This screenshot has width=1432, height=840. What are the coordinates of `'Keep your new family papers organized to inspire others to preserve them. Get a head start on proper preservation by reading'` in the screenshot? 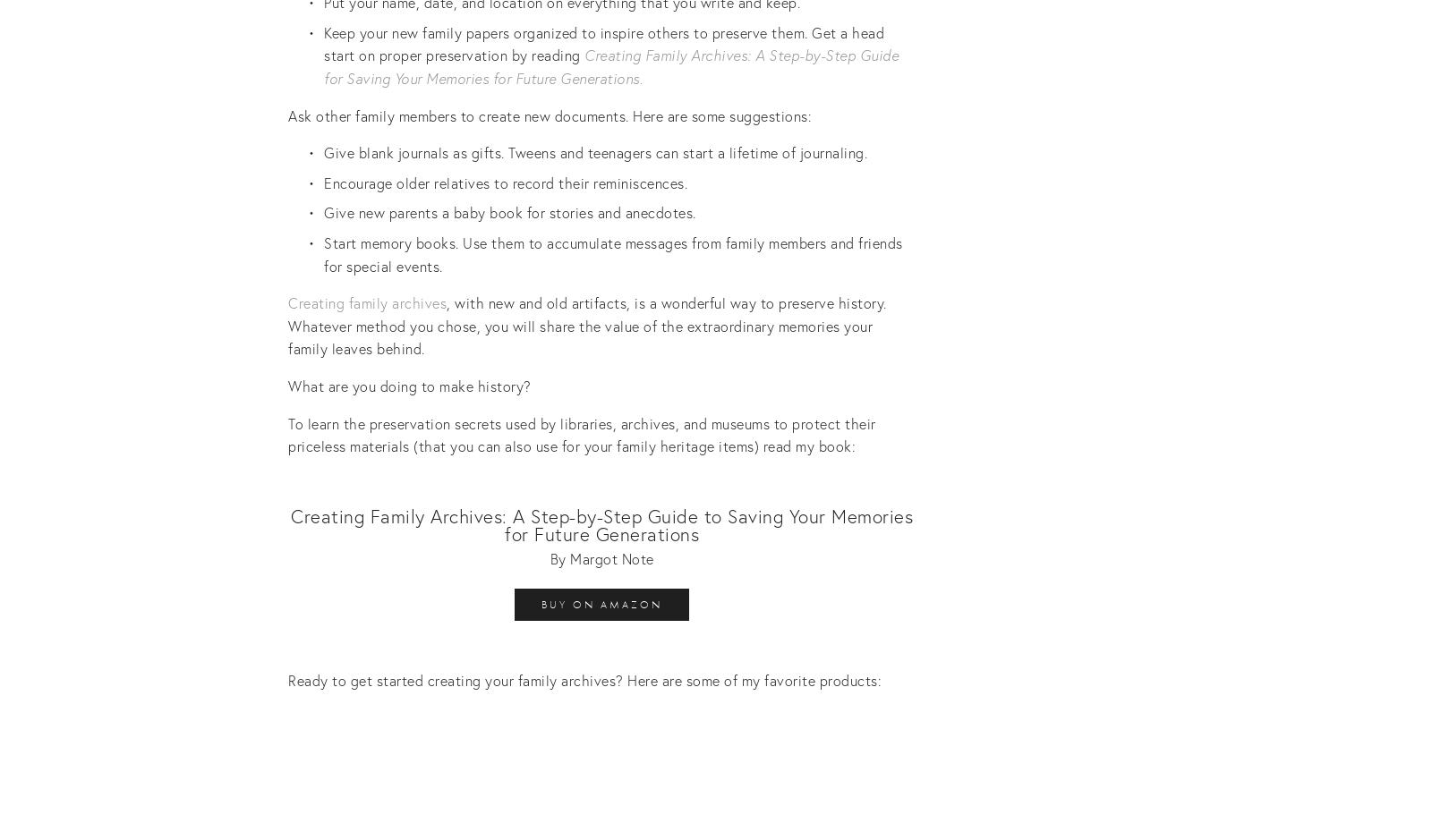 It's located at (324, 42).